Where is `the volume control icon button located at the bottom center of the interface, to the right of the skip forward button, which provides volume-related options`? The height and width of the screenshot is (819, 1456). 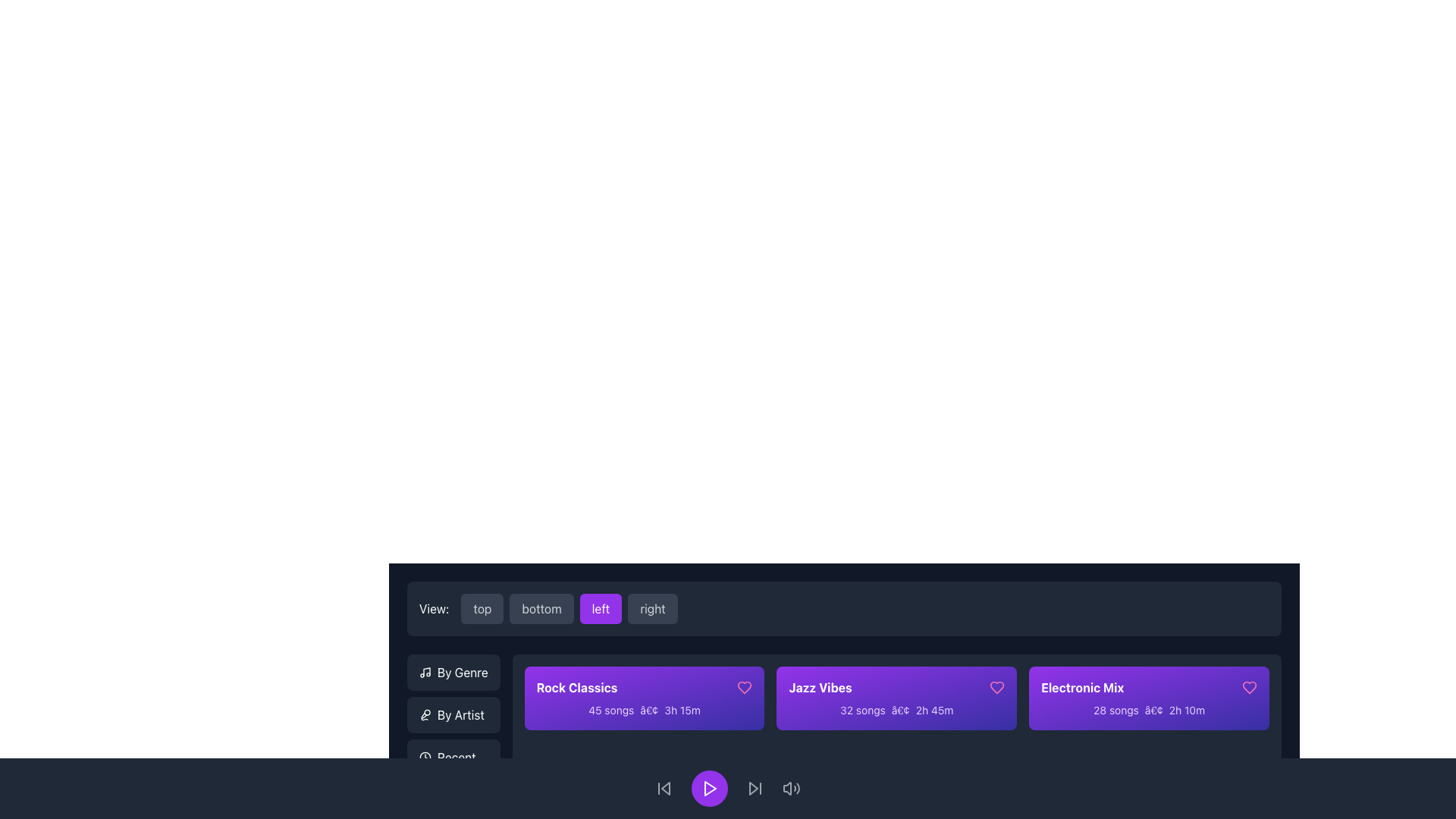
the volume control icon button located at the bottom center of the interface, to the right of the skip forward button, which provides volume-related options is located at coordinates (790, 788).